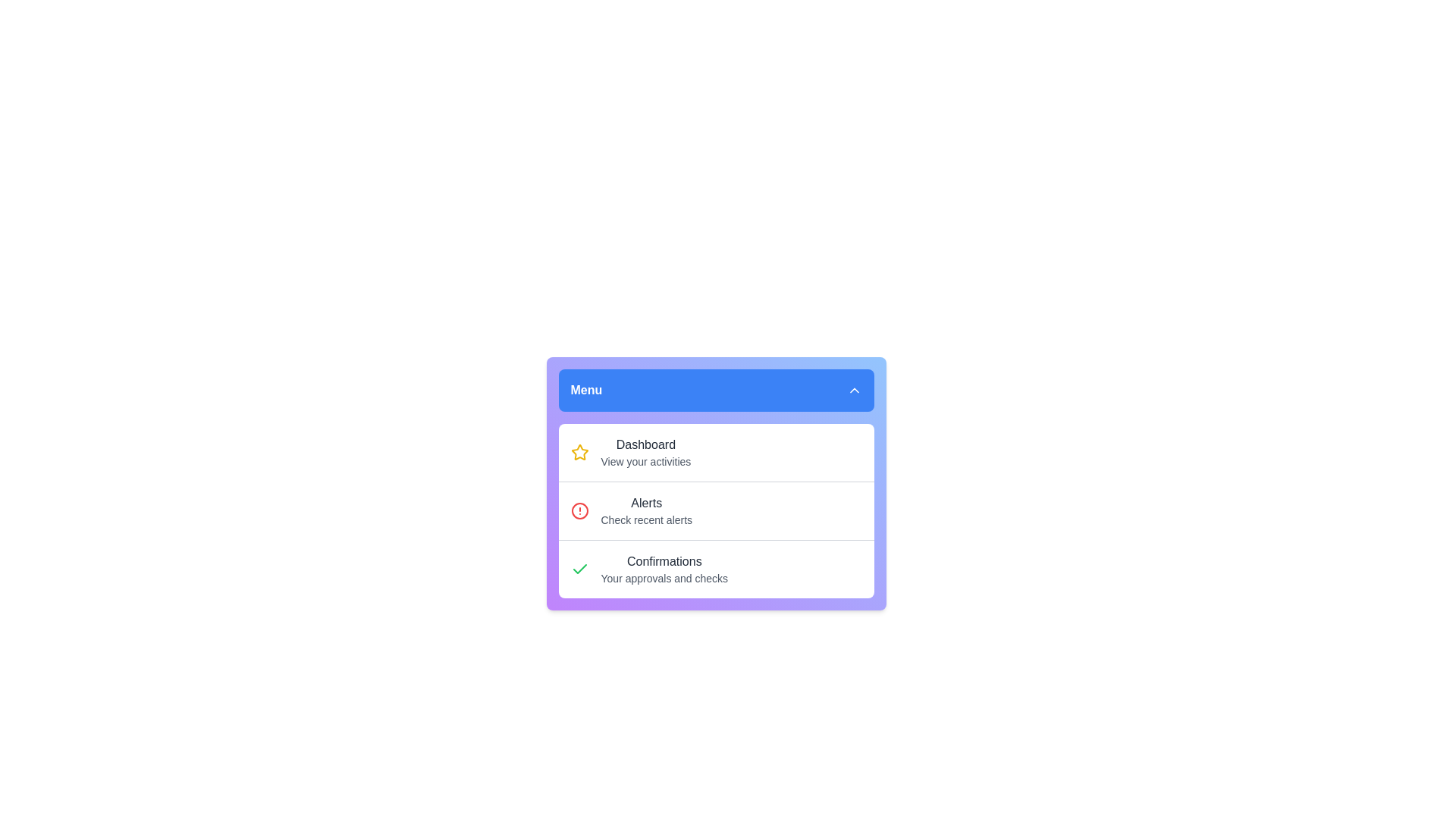 The height and width of the screenshot is (819, 1456). What do you see at coordinates (646, 511) in the screenshot?
I see `the 'Alerts' text block, which is positioned in the second position of a vertical menu and displays 'Alerts' in bold followed by 'Check recent alerts'` at bounding box center [646, 511].